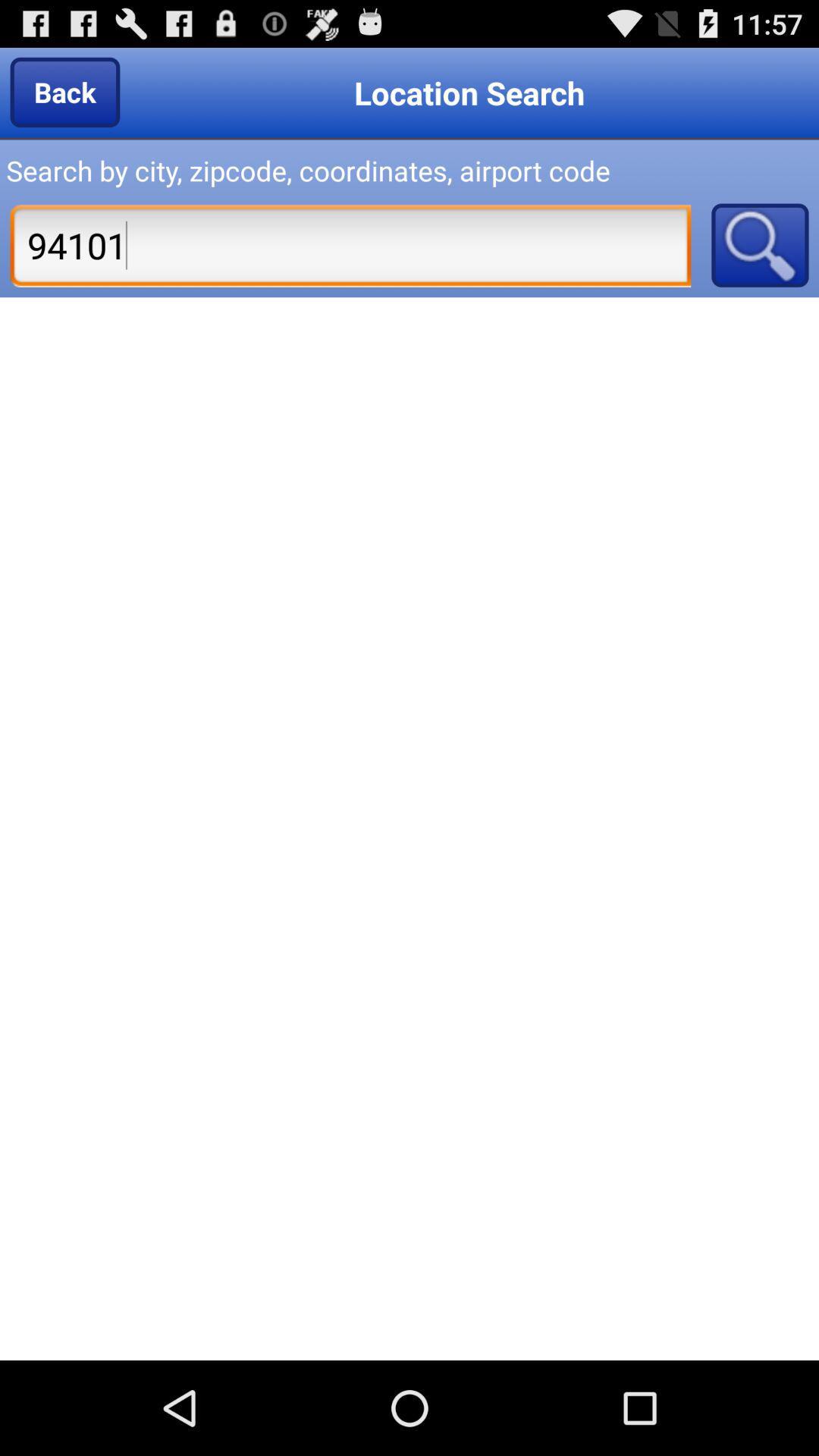 The height and width of the screenshot is (1456, 819). What do you see at coordinates (64, 91) in the screenshot?
I see `the item to the left of location search item` at bounding box center [64, 91].